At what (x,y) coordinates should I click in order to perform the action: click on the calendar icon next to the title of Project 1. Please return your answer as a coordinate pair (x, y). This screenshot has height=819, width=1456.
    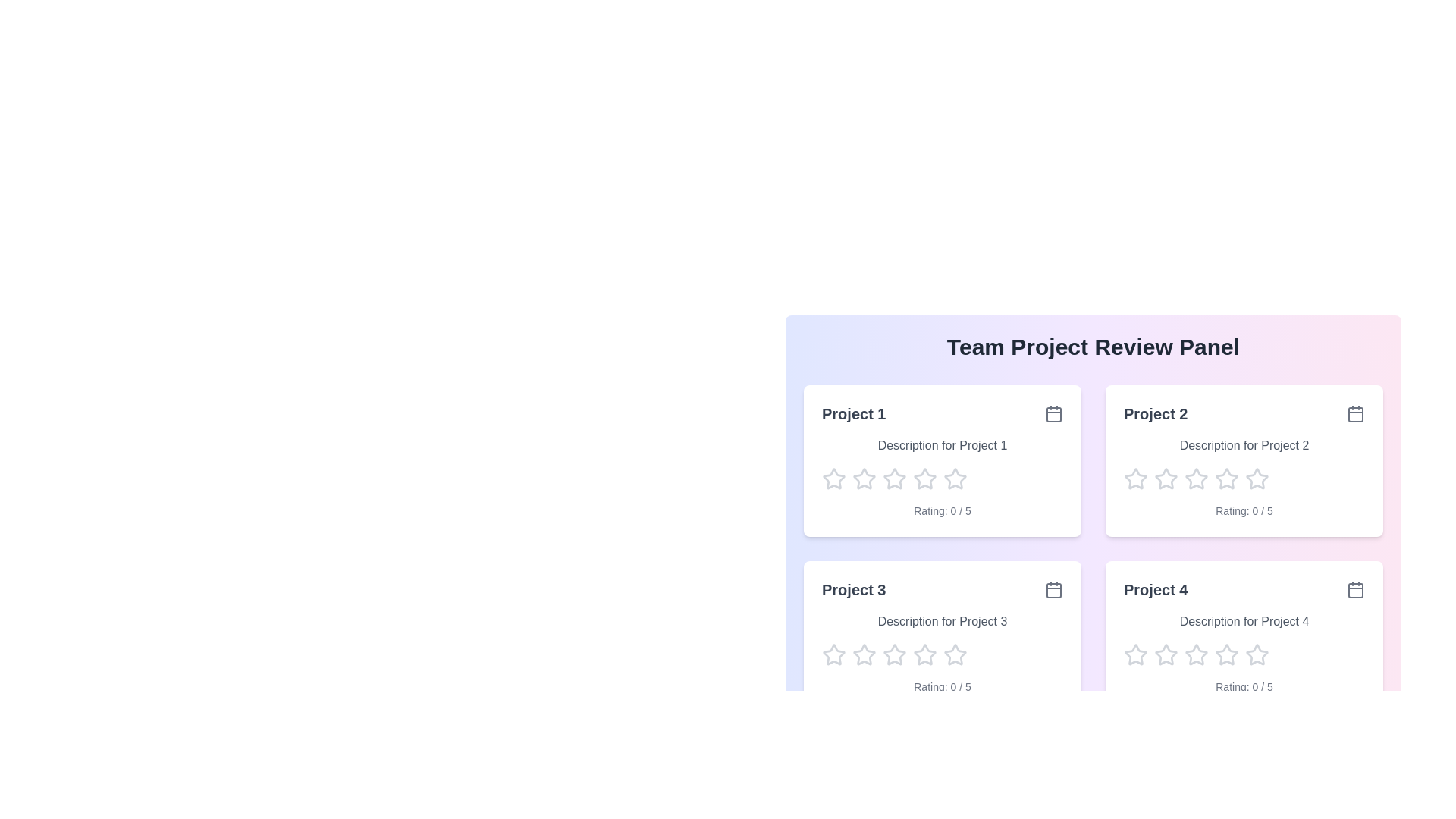
    Looking at the image, I should click on (1053, 414).